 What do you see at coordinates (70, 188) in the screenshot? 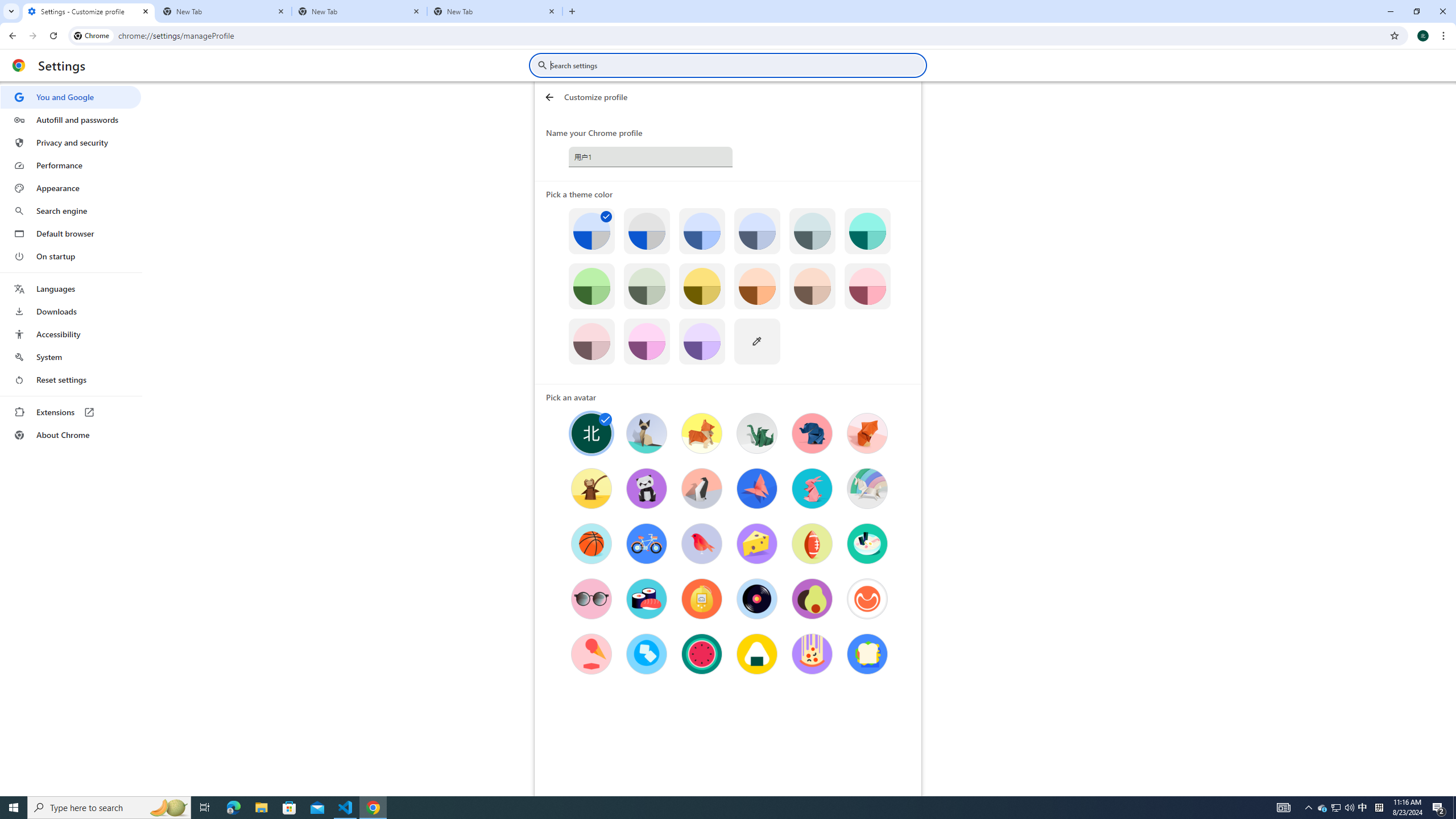
I see `'Appearance'` at bounding box center [70, 188].